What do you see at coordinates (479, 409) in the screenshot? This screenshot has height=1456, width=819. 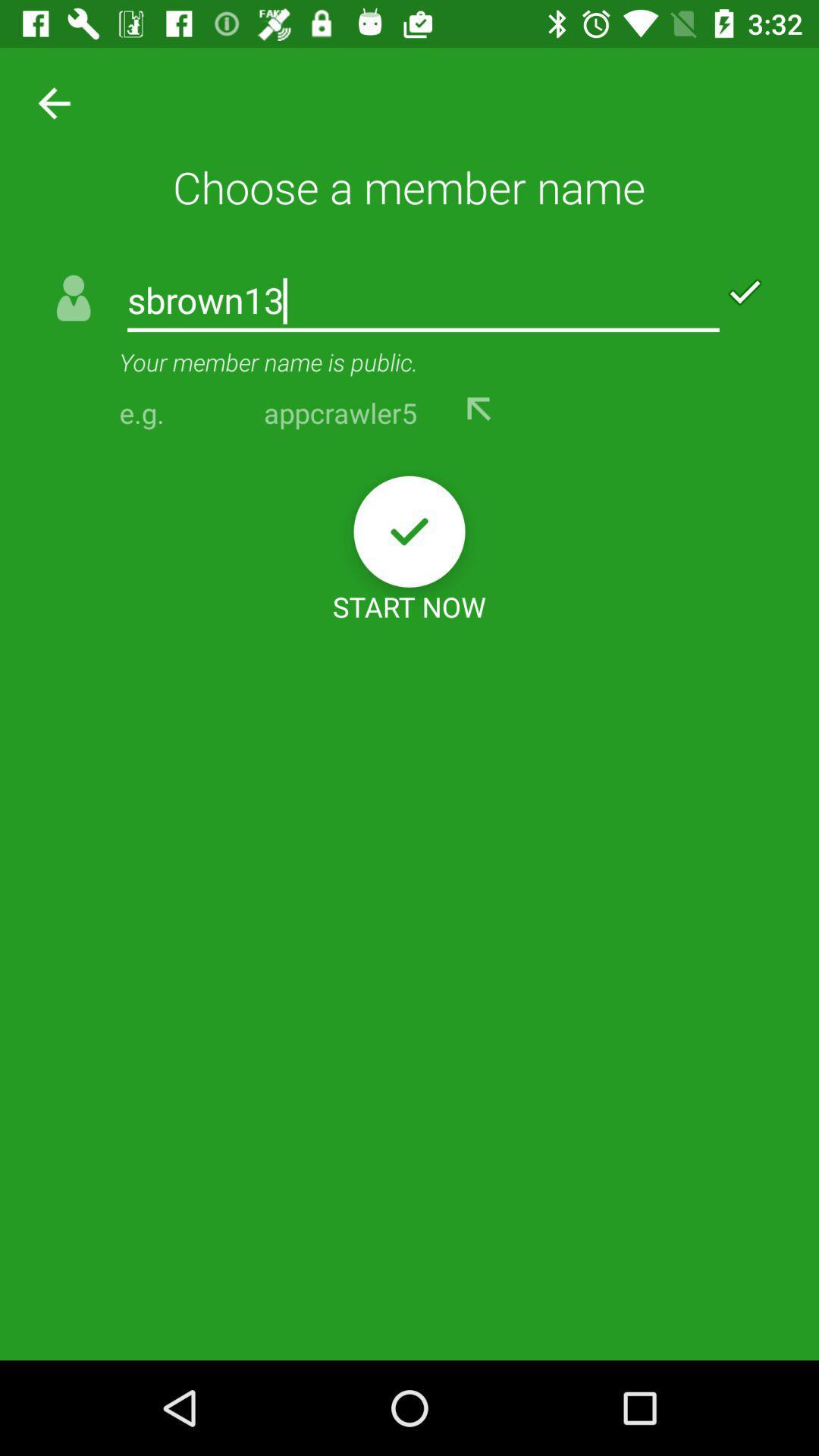 I see `go back` at bounding box center [479, 409].